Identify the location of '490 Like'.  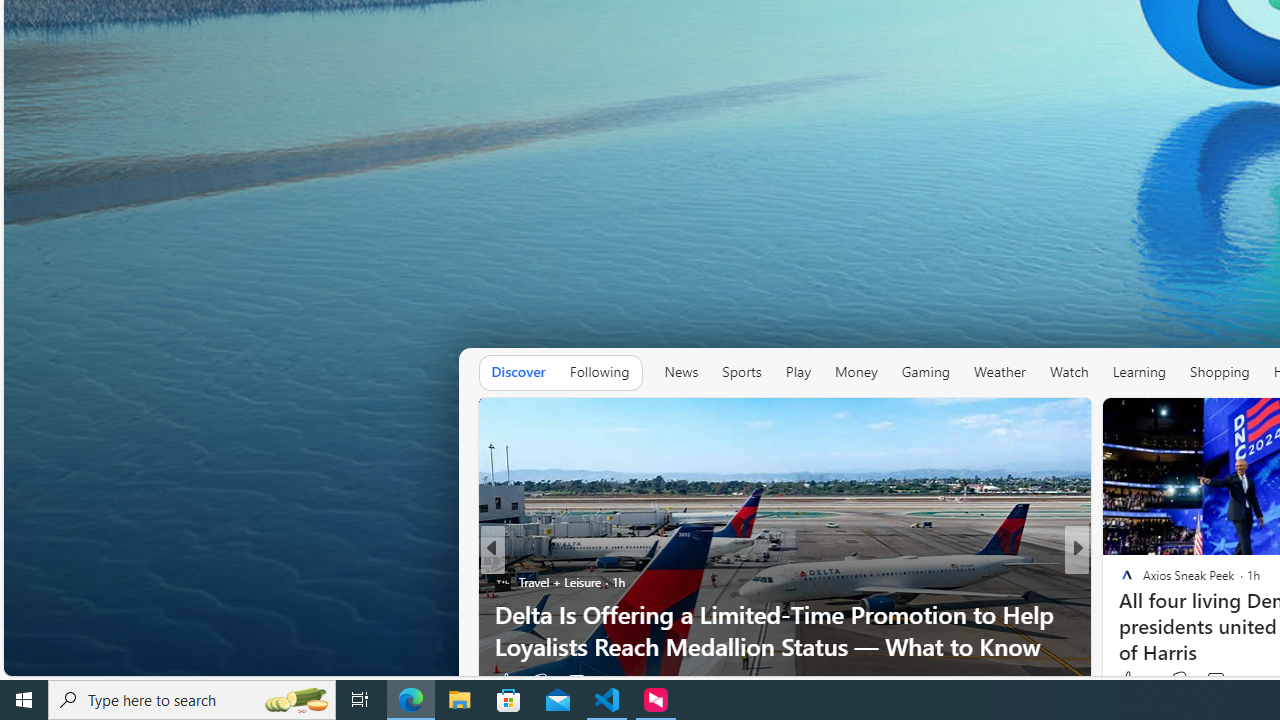
(1132, 680).